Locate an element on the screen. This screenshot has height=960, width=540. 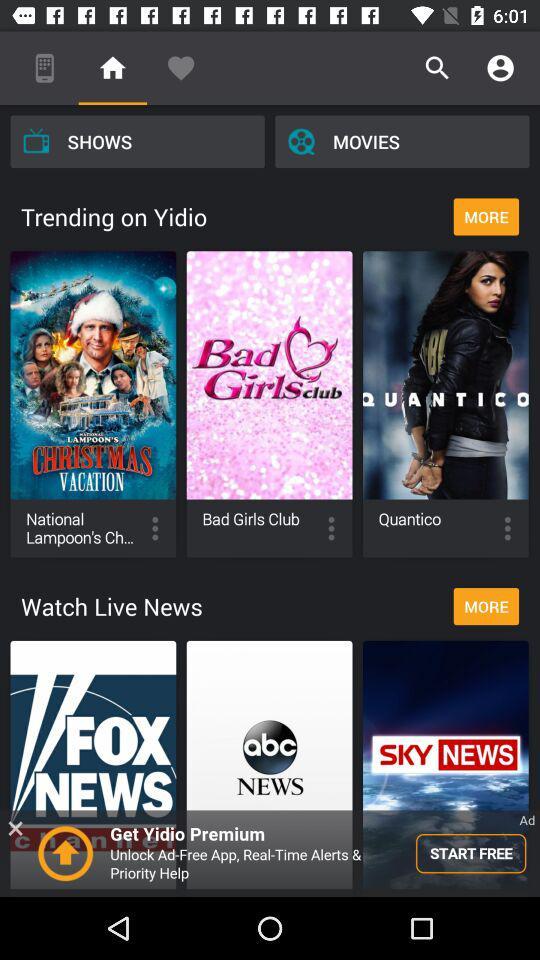
item above shows item is located at coordinates (112, 68).